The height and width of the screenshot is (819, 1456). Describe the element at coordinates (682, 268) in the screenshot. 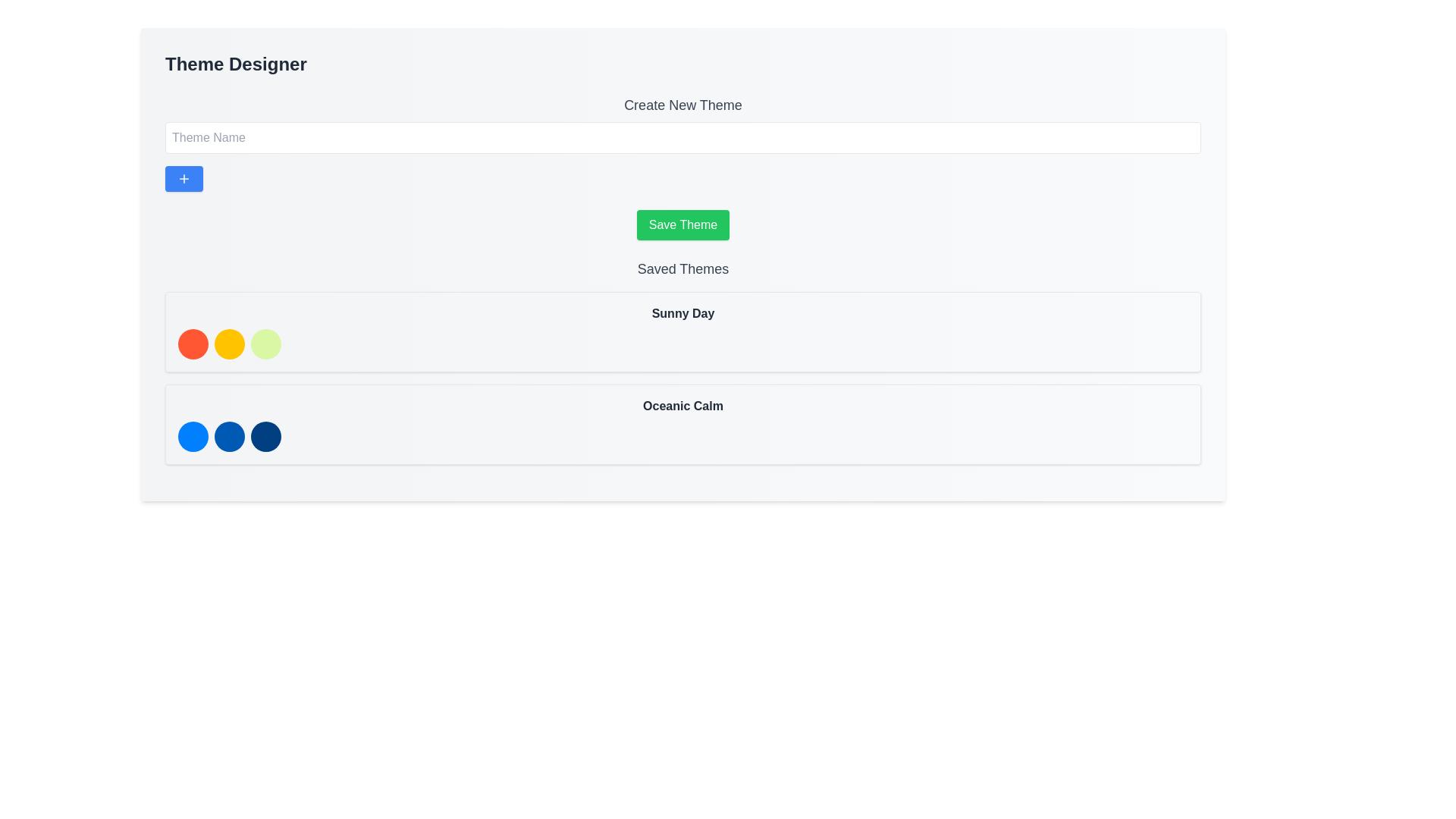

I see `the 'Saved Themes' text label which is styled in a larger font size with a medium weight and light gray color, positioned as a header above themed blocks and below a 'Save Theme' button` at that location.